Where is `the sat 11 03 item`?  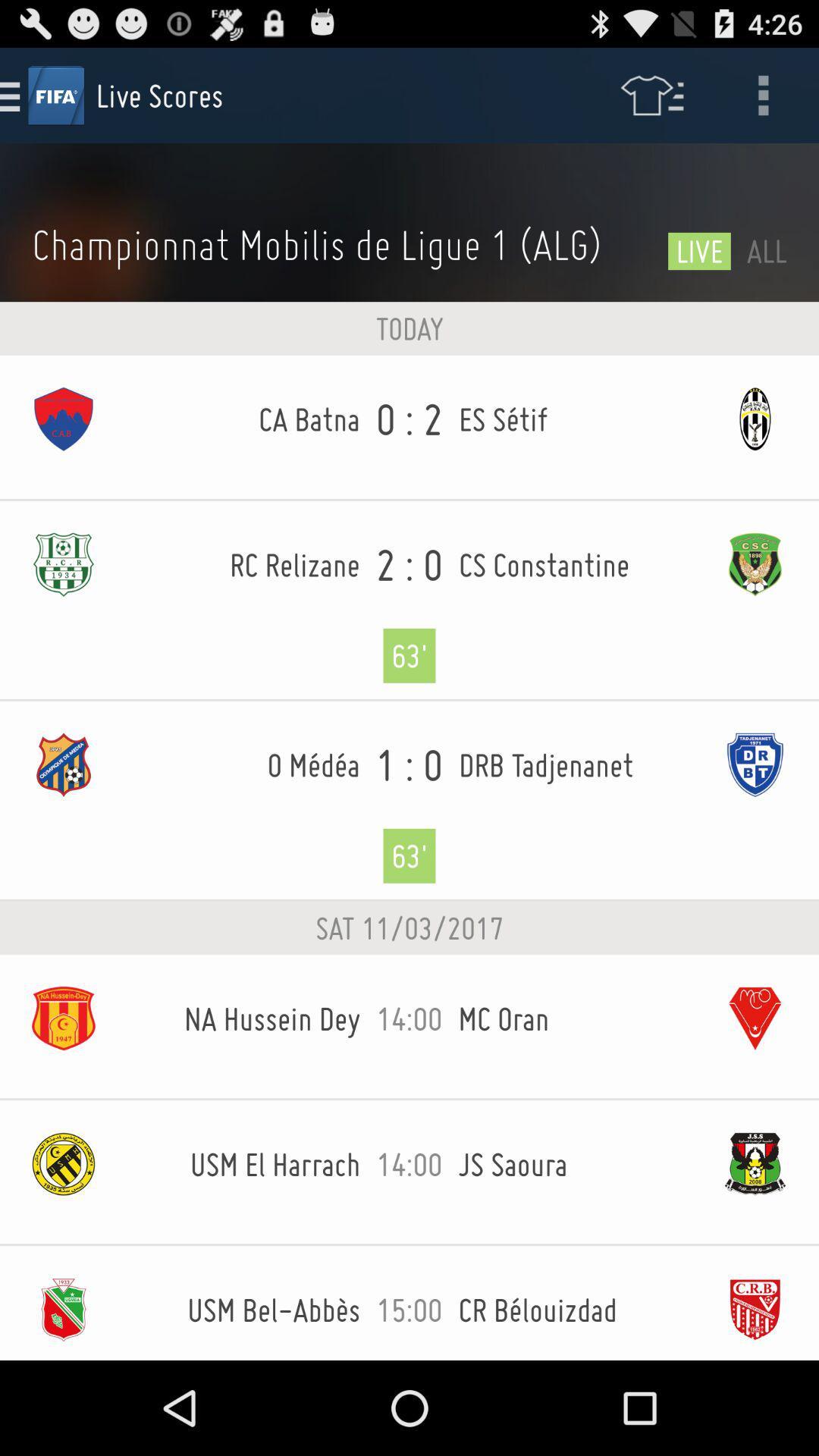 the sat 11 03 item is located at coordinates (409, 927).